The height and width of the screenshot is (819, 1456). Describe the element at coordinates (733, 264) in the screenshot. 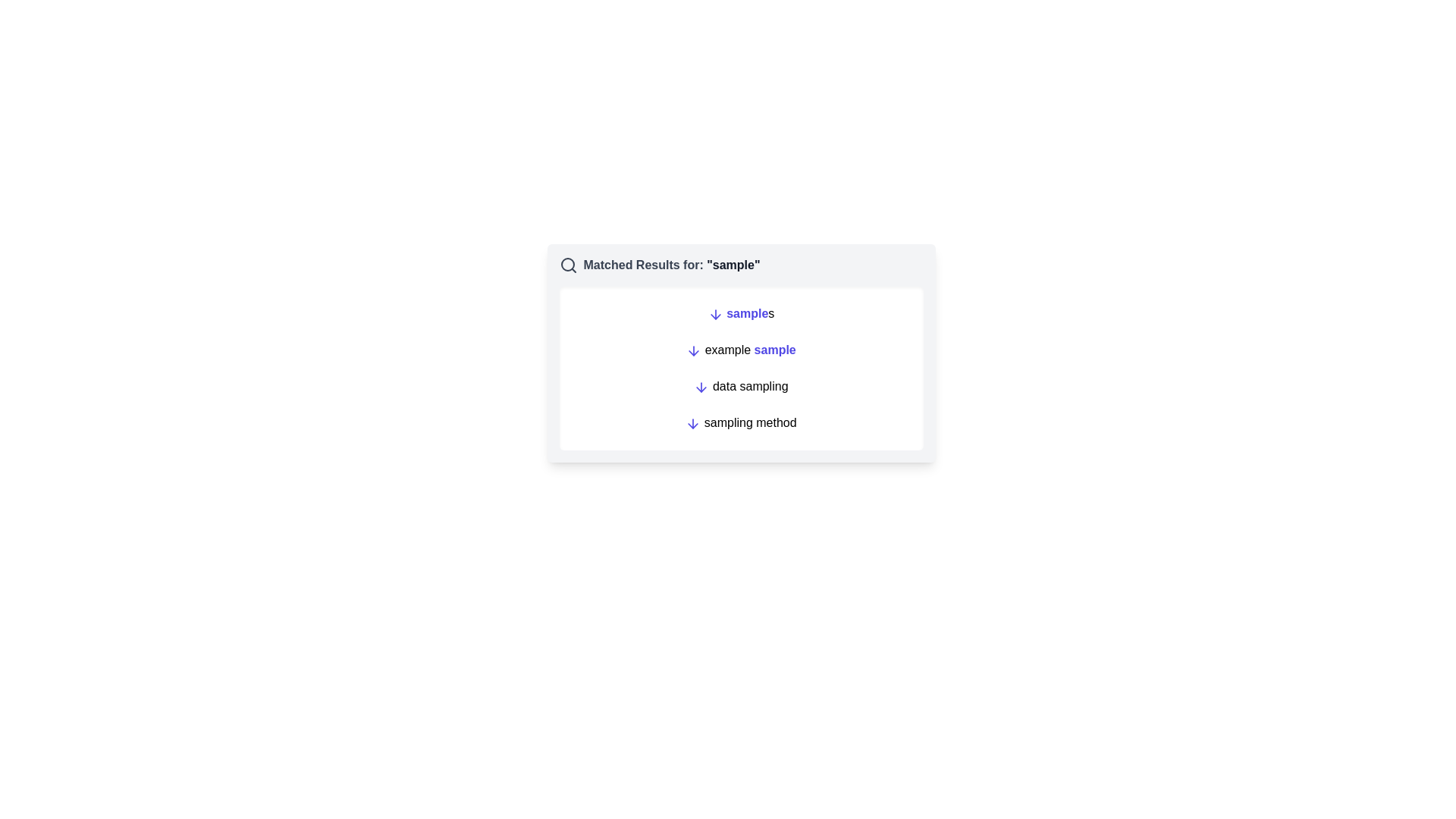

I see `the text element styled in a darker shade that reads '"sample"' within the larger sentence 'Matched Results for: "sample"'` at that location.